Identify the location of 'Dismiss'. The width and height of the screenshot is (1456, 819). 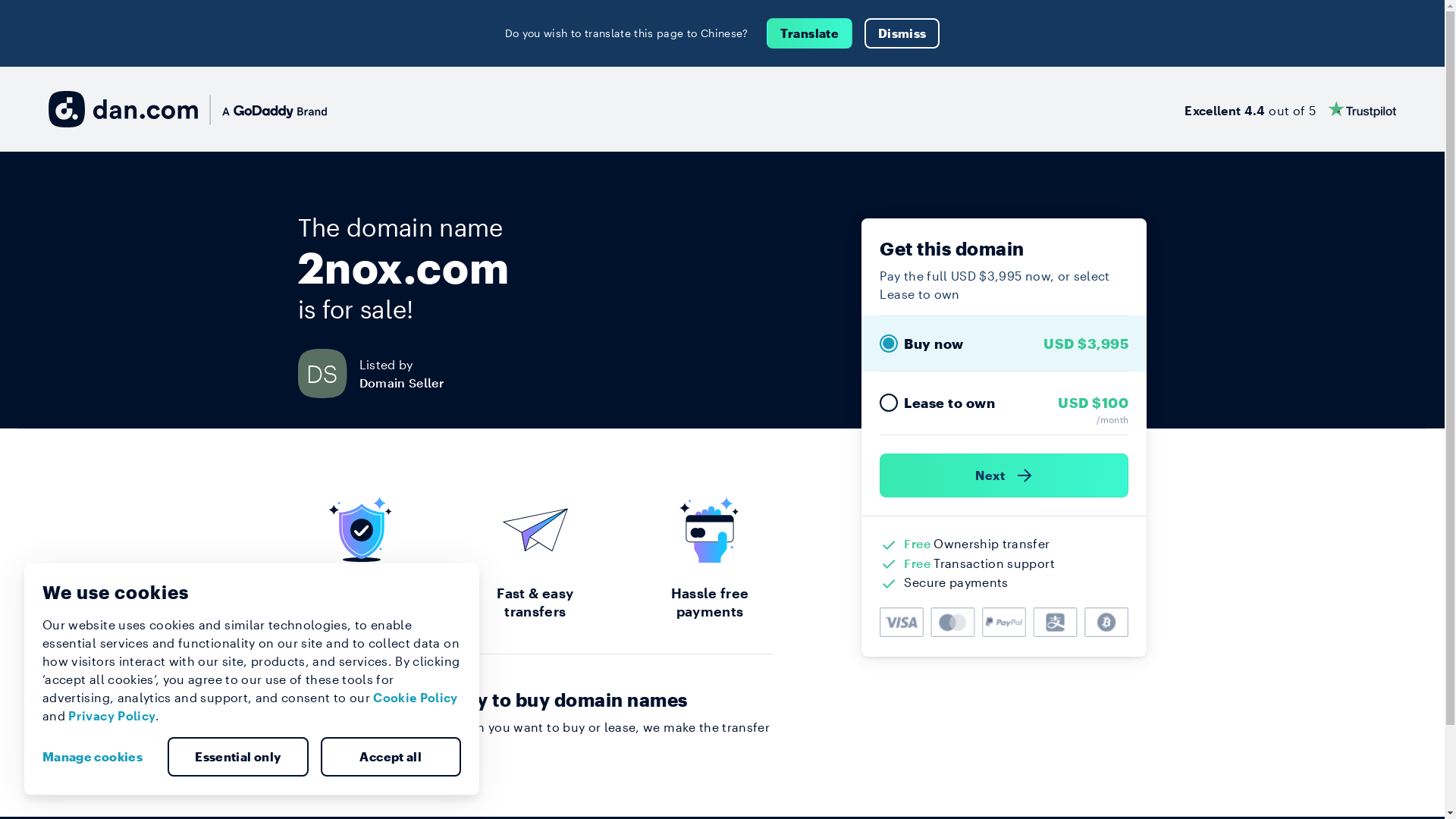
(902, 33).